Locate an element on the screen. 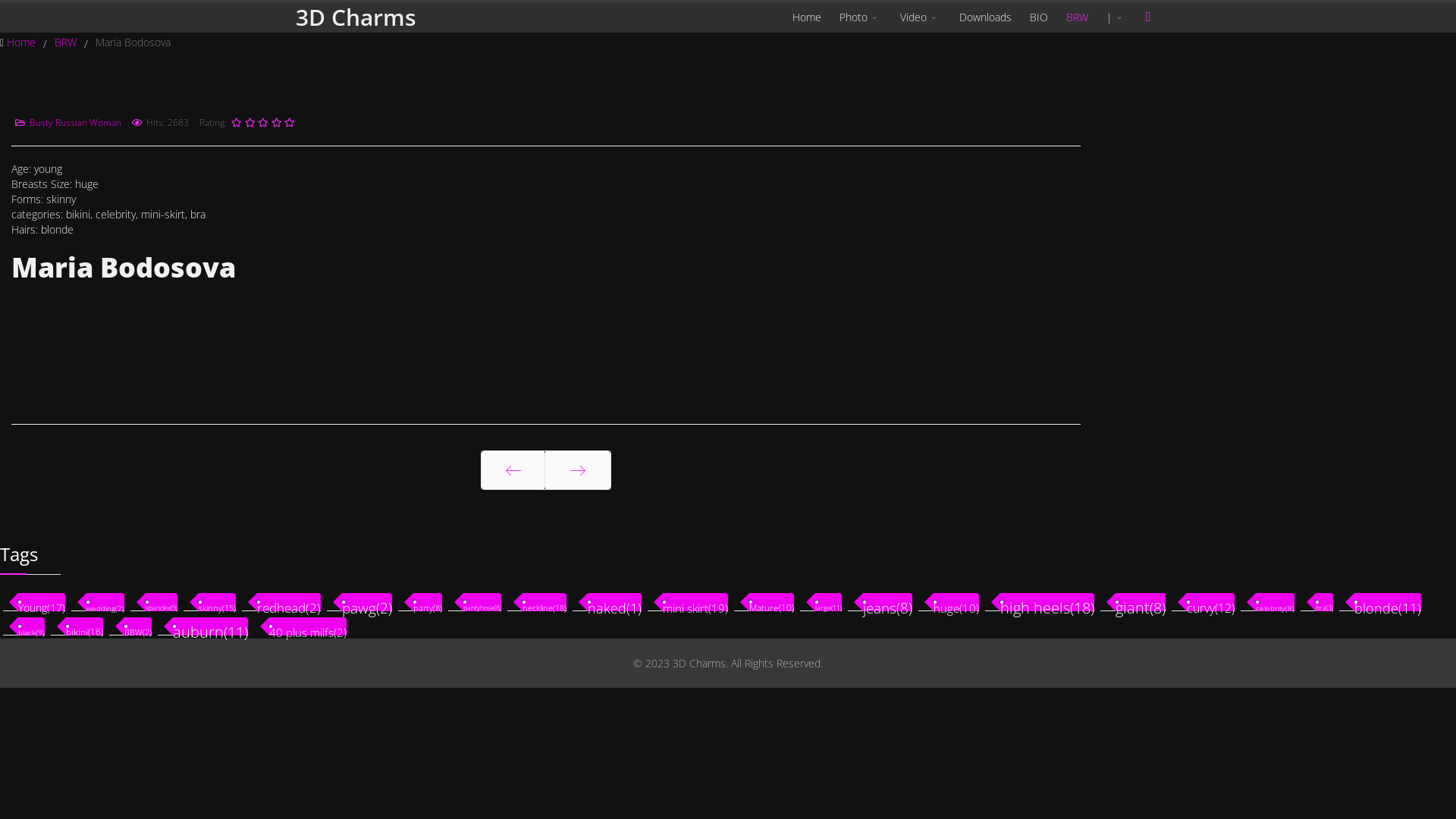  'pantyhose(8)' is located at coordinates (482, 601).